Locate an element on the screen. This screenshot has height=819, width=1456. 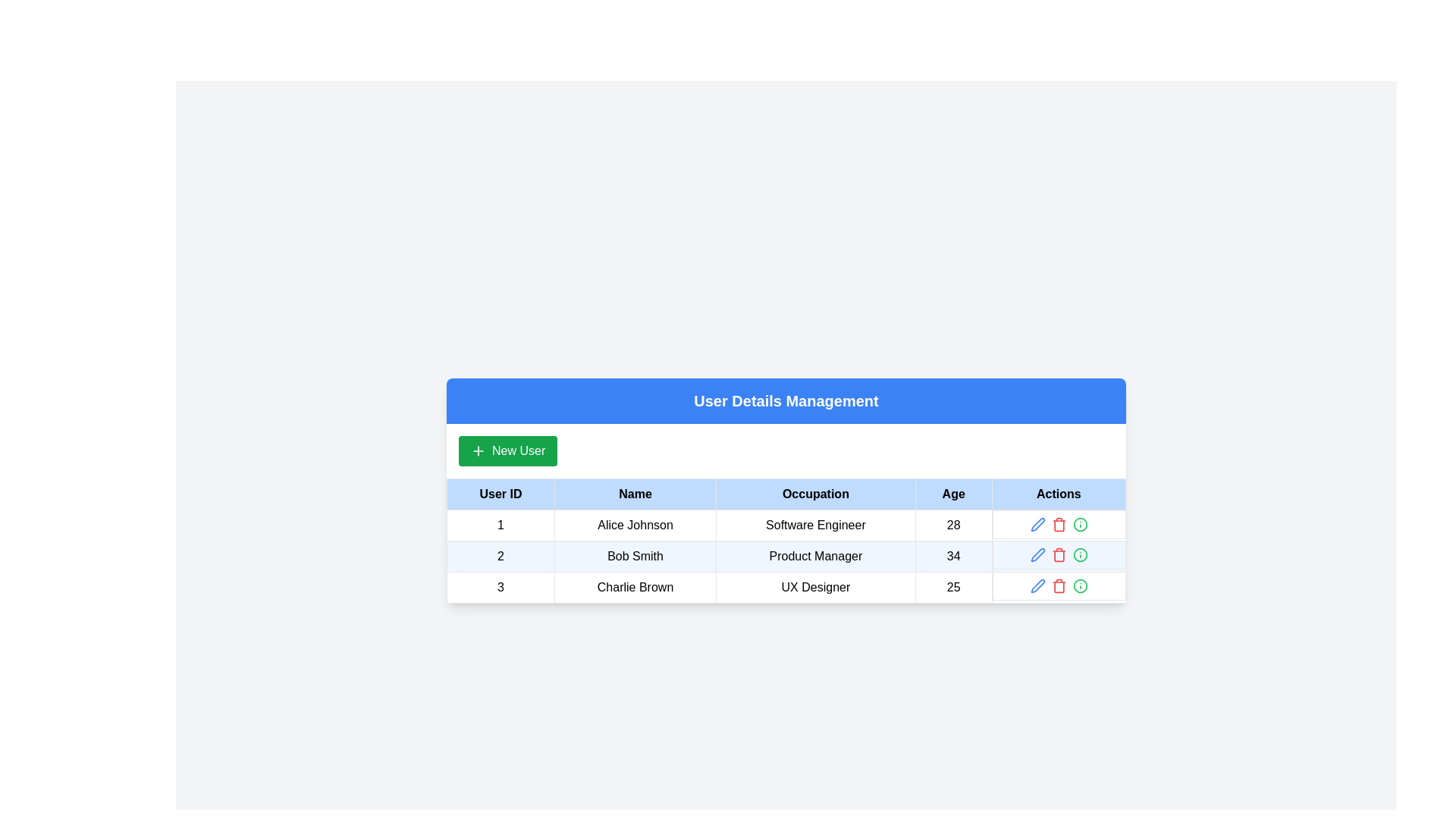
the text label displaying the user's name in the third row of the data table, located under the 'Name' column, which is between 'Bob Smith' and the 'UX Designer' column is located at coordinates (635, 586).